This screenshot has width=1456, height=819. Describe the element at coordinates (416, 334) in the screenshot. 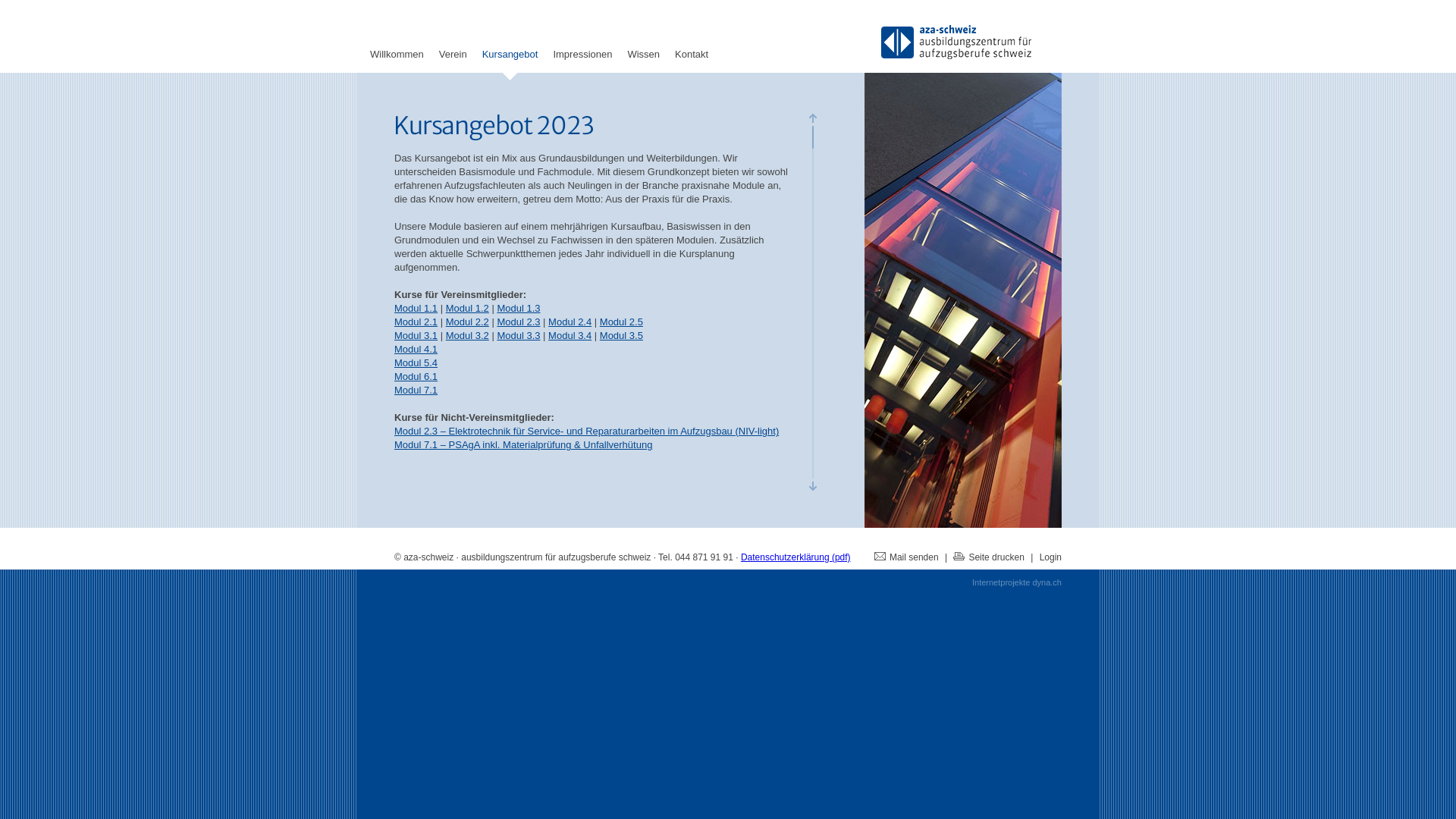

I see `'Modul 3.1'` at that location.